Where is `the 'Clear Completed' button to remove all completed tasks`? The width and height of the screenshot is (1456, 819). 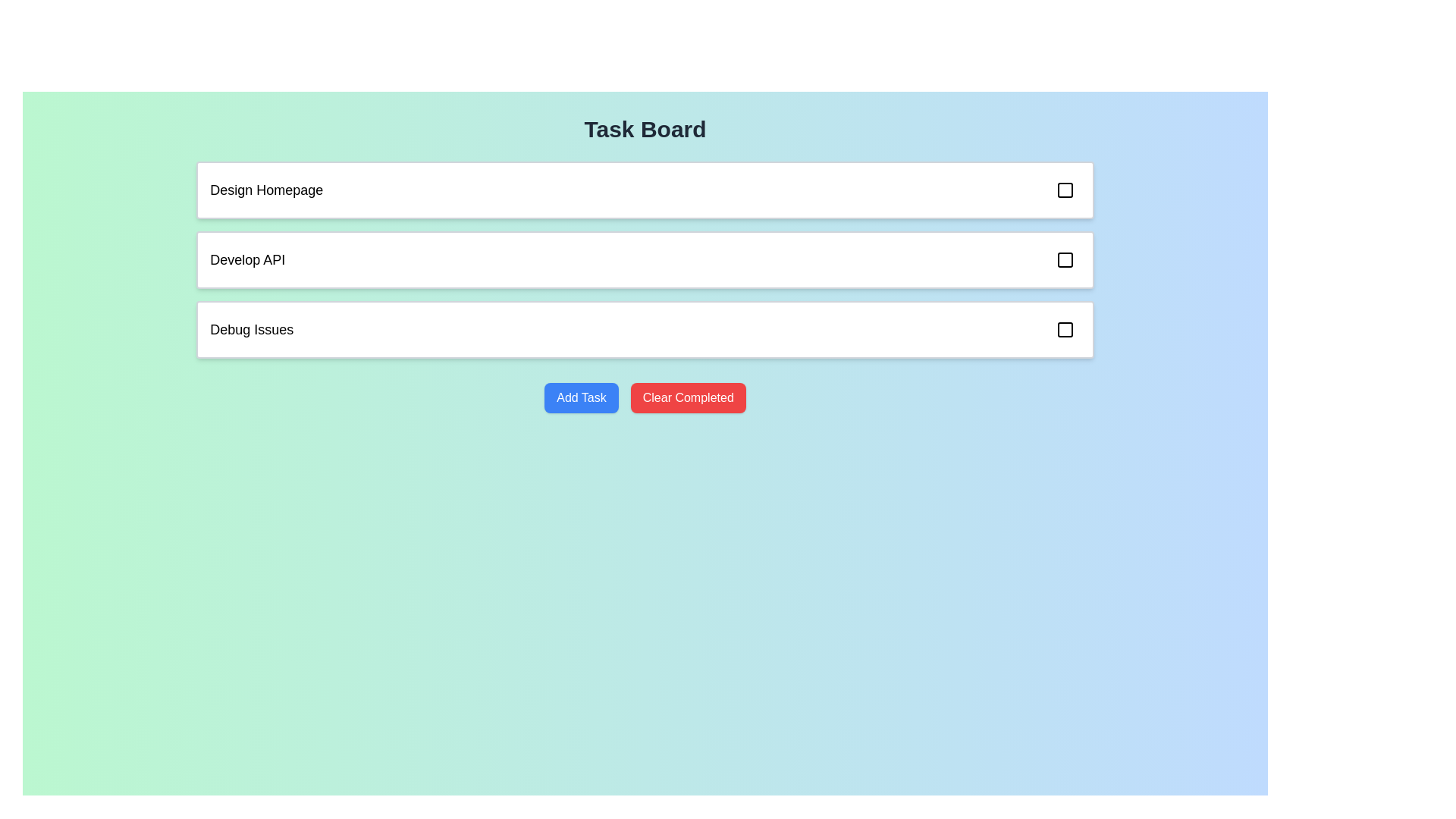
the 'Clear Completed' button to remove all completed tasks is located at coordinates (687, 397).